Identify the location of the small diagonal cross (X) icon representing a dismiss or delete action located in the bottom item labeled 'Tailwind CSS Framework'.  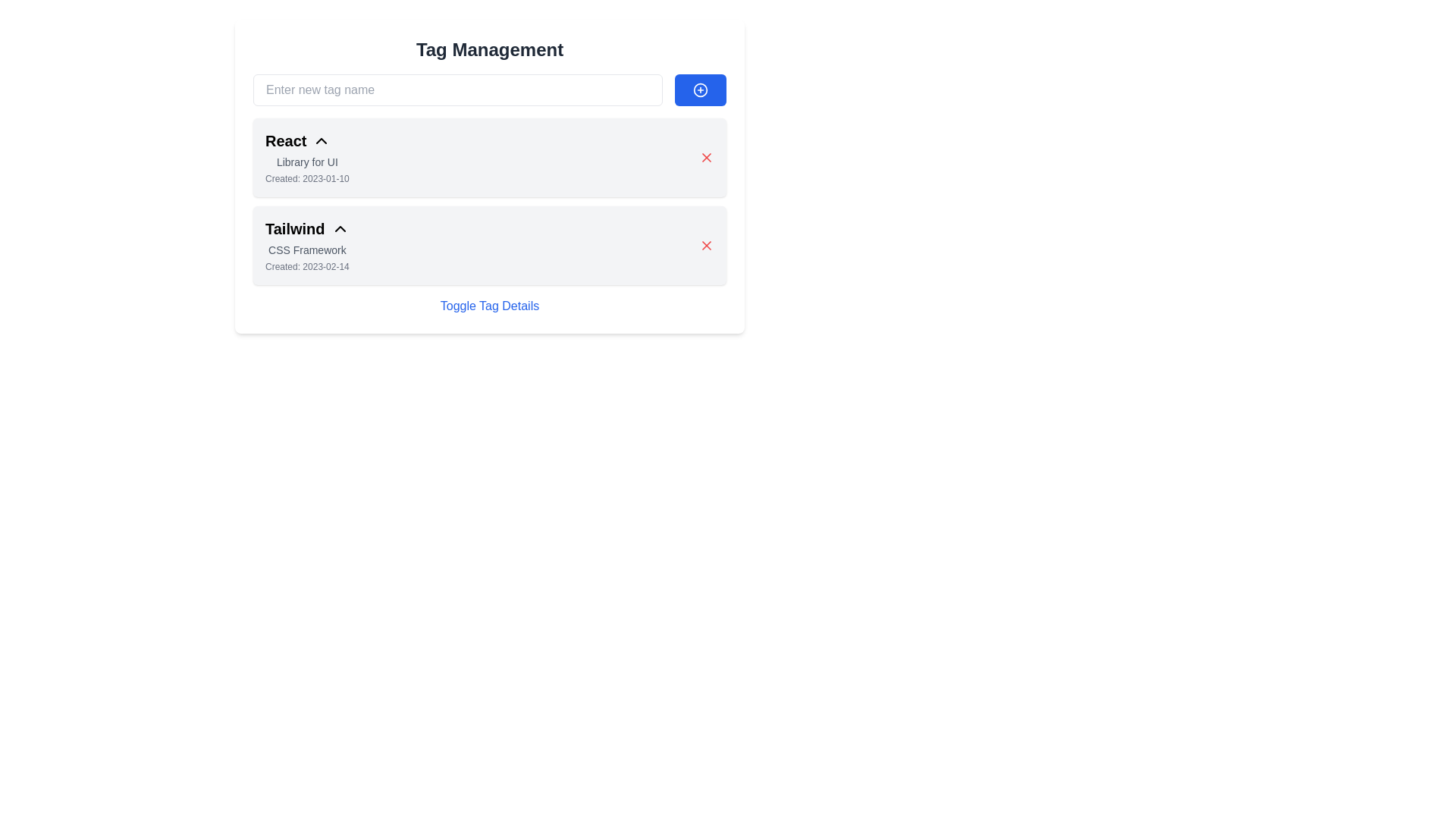
(705, 245).